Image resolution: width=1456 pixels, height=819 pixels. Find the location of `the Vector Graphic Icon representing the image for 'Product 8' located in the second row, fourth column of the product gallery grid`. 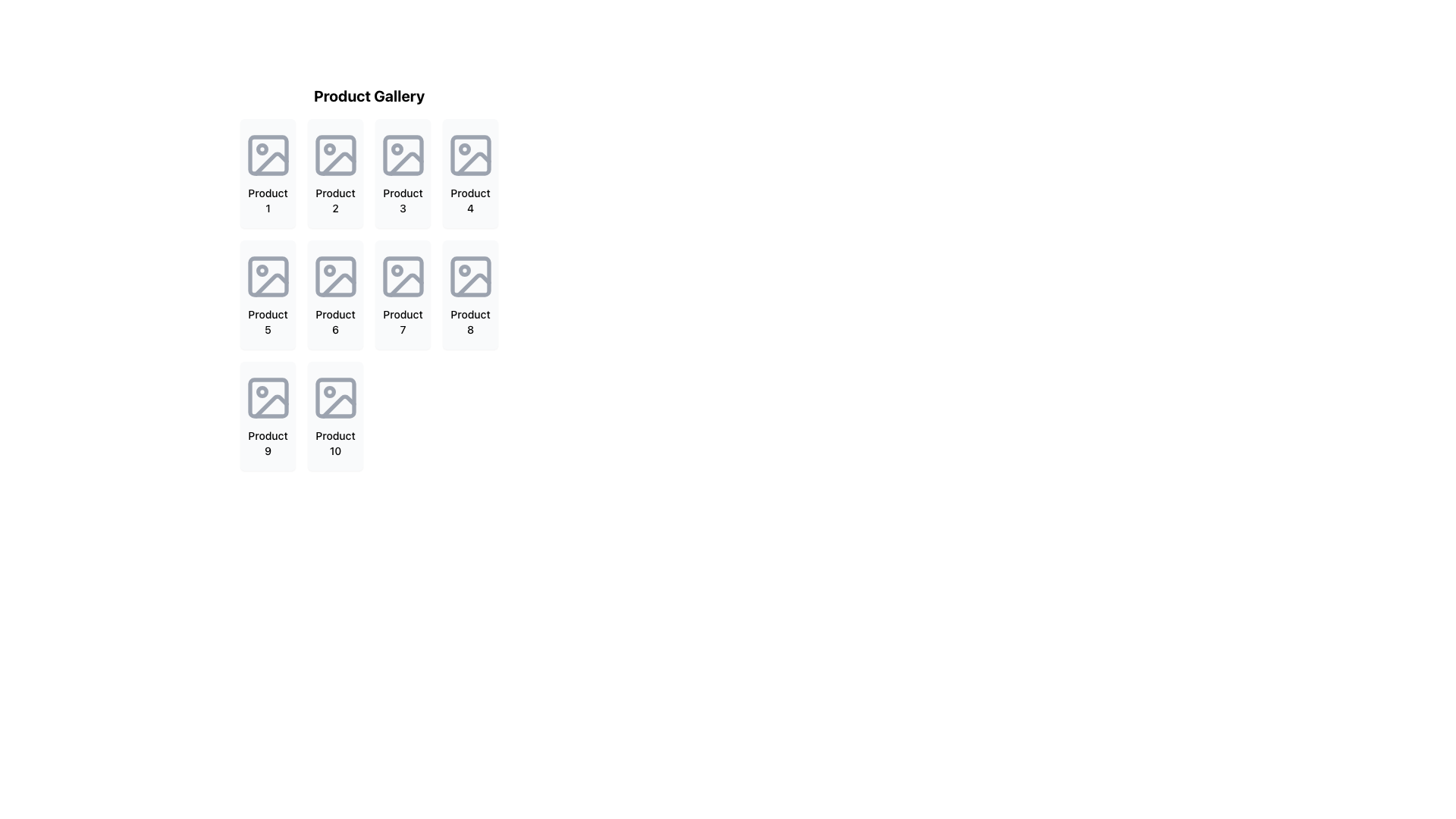

the Vector Graphic Icon representing the image for 'Product 8' located in the second row, fourth column of the product gallery grid is located at coordinates (472, 285).